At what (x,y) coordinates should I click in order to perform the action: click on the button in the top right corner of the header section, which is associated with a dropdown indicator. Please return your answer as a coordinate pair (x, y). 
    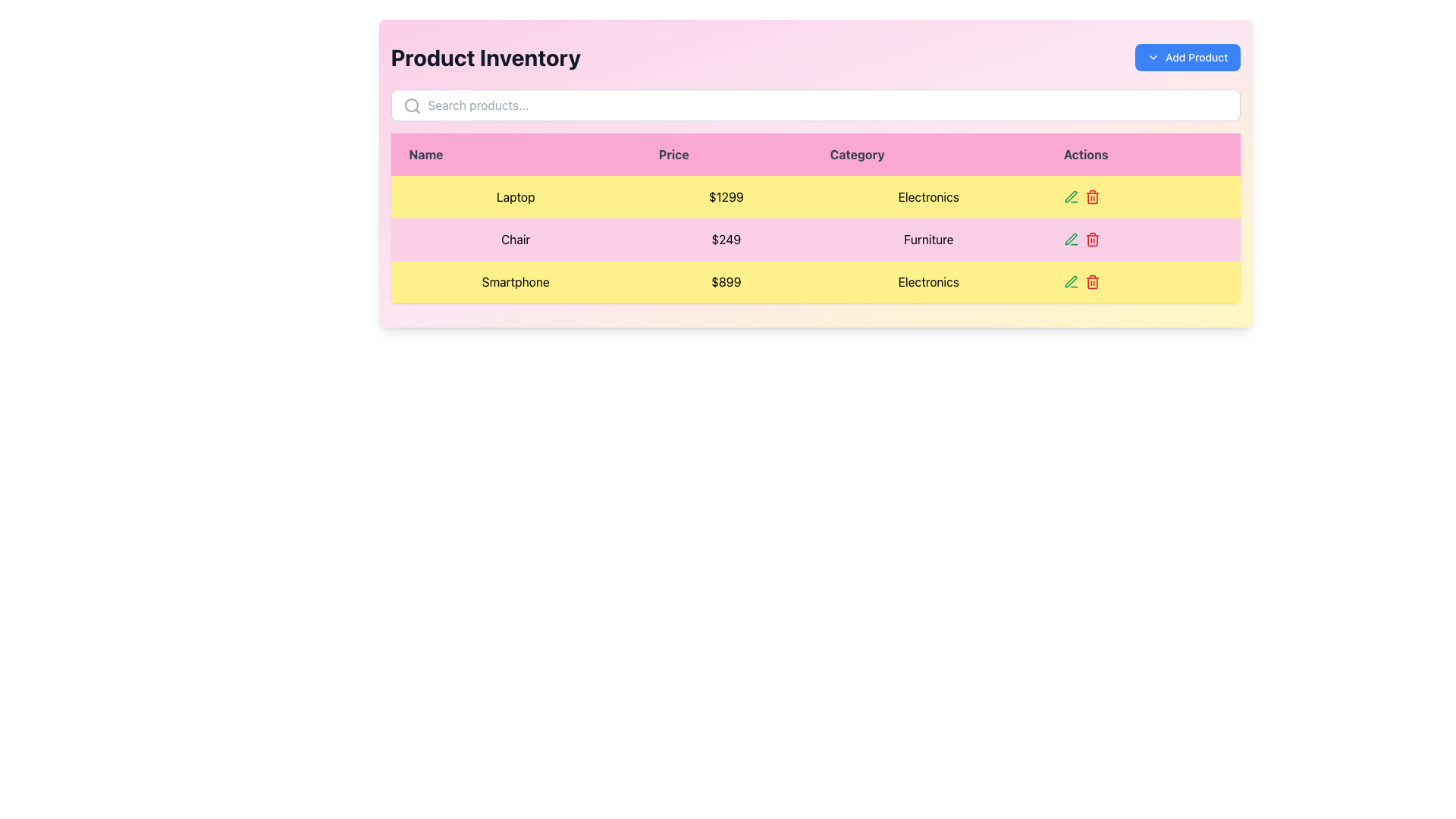
    Looking at the image, I should click on (1186, 57).